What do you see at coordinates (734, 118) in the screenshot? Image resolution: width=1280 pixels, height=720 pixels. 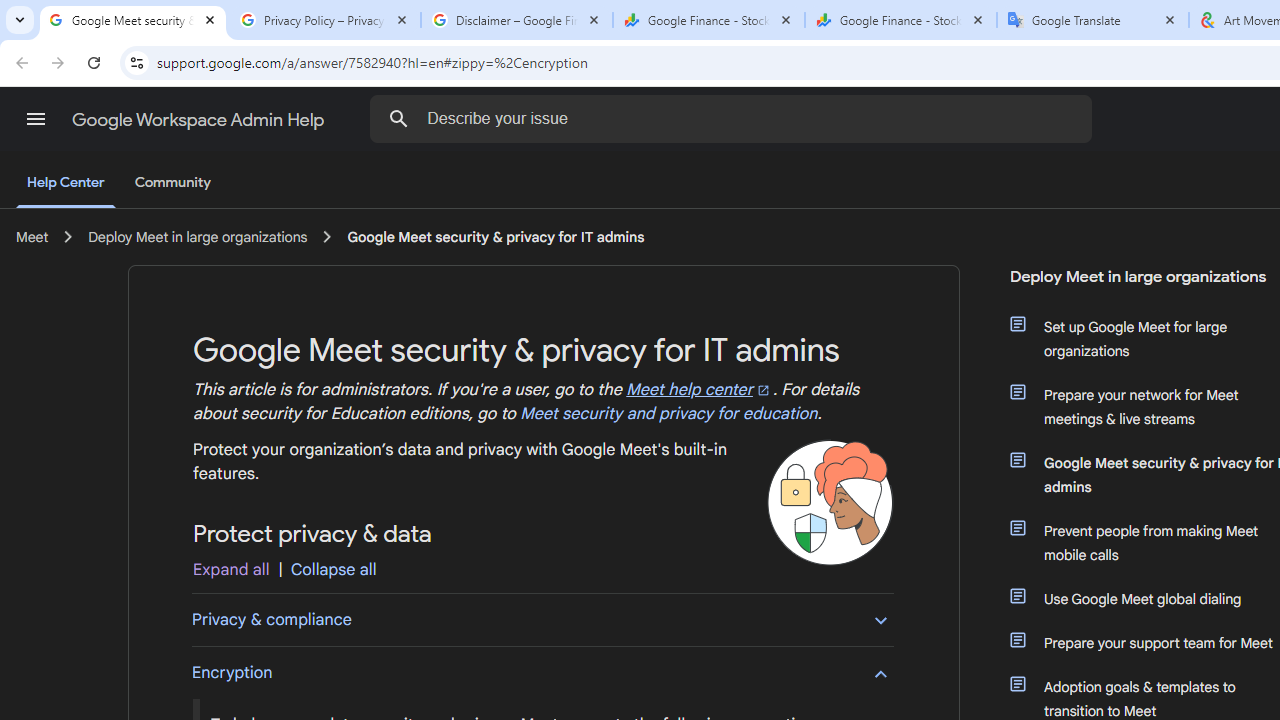 I see `'Describe your issue'` at bounding box center [734, 118].